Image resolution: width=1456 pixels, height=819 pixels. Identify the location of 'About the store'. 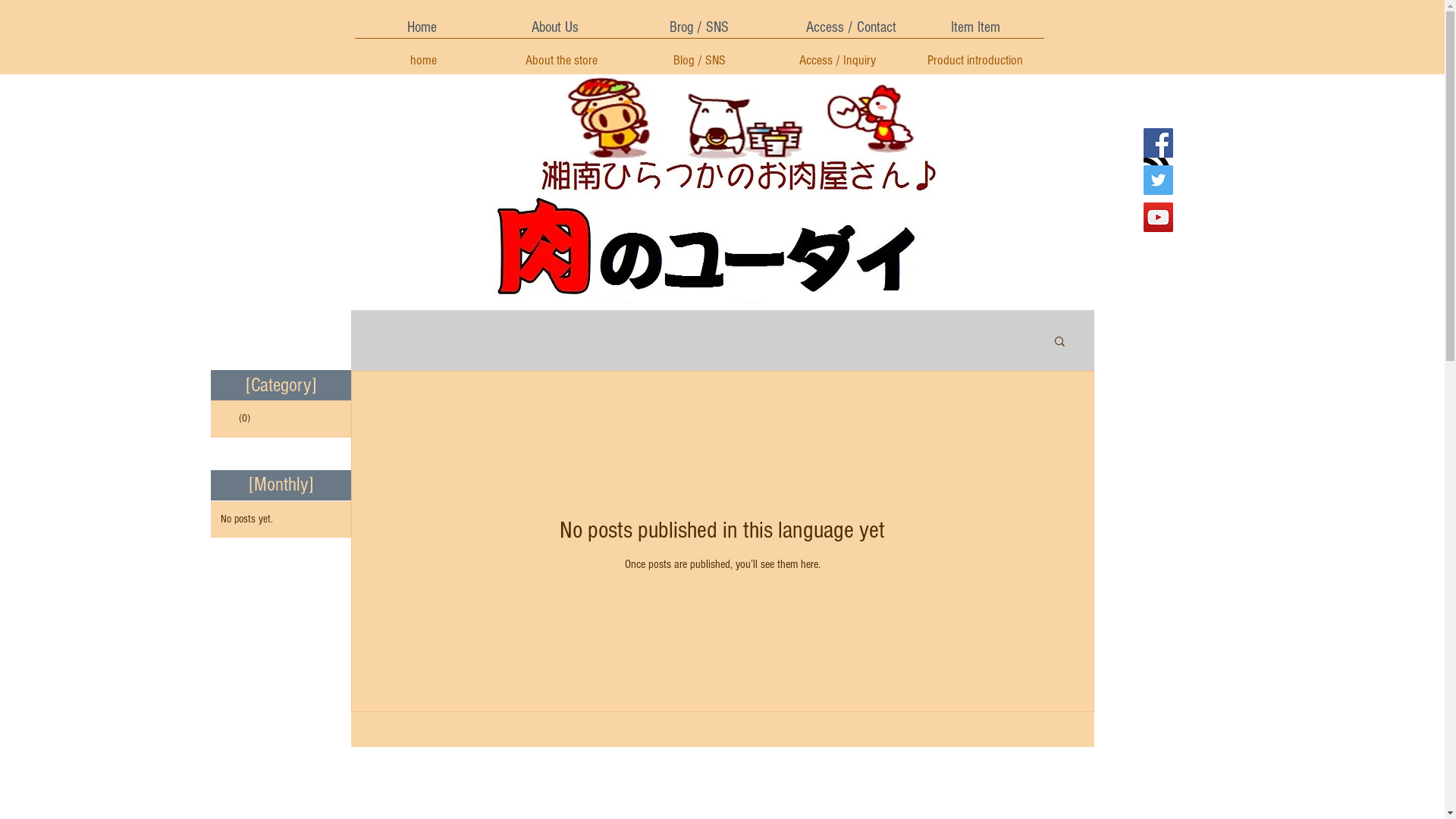
(492, 52).